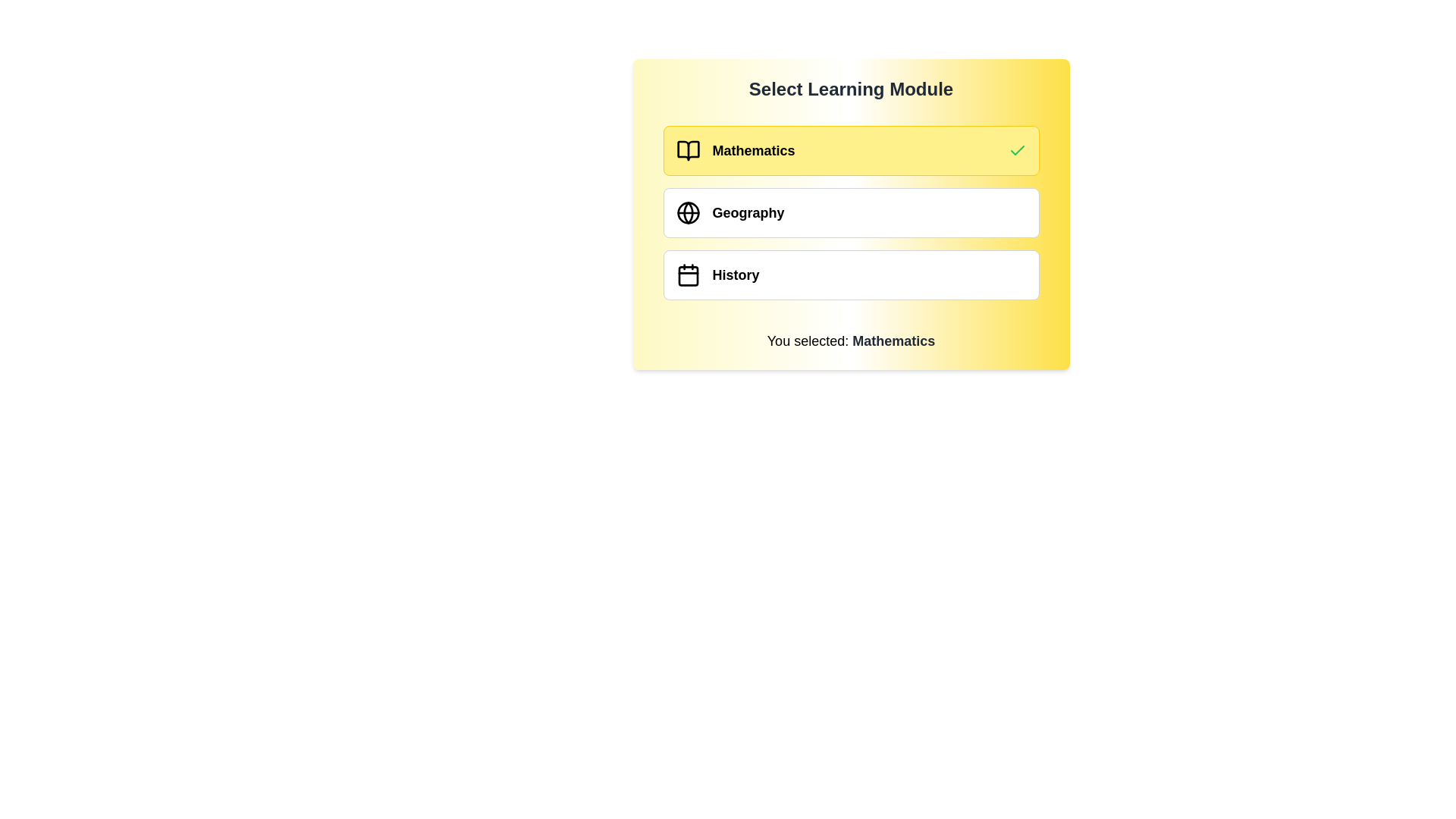 The image size is (1456, 819). Describe the element at coordinates (851, 213) in the screenshot. I see `the 'Geography' selectable card located below the 'Mathematics' card and above the 'History' card in the 'Select Learning Module' list` at that location.